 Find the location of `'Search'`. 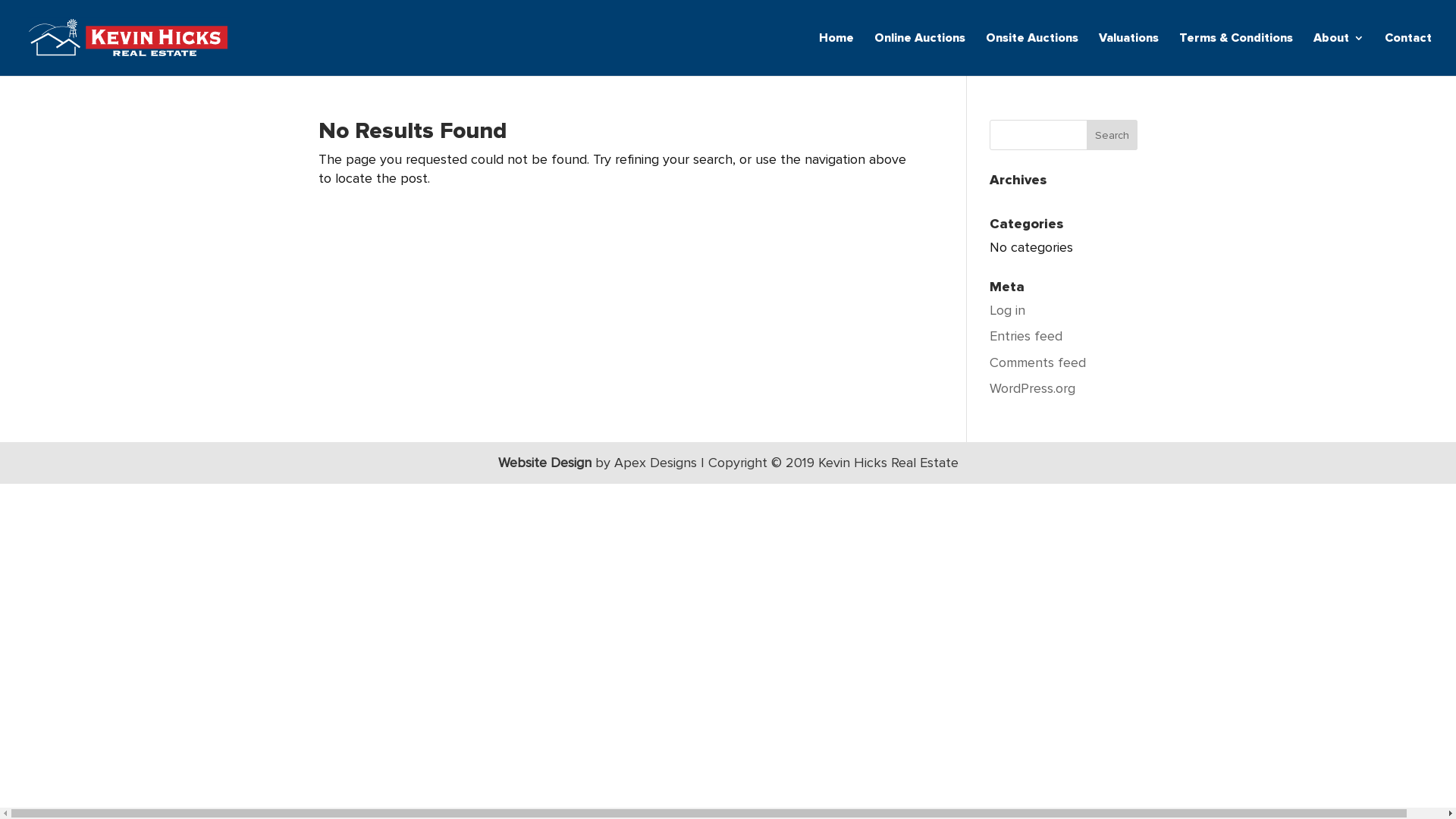

'Search' is located at coordinates (1112, 133).